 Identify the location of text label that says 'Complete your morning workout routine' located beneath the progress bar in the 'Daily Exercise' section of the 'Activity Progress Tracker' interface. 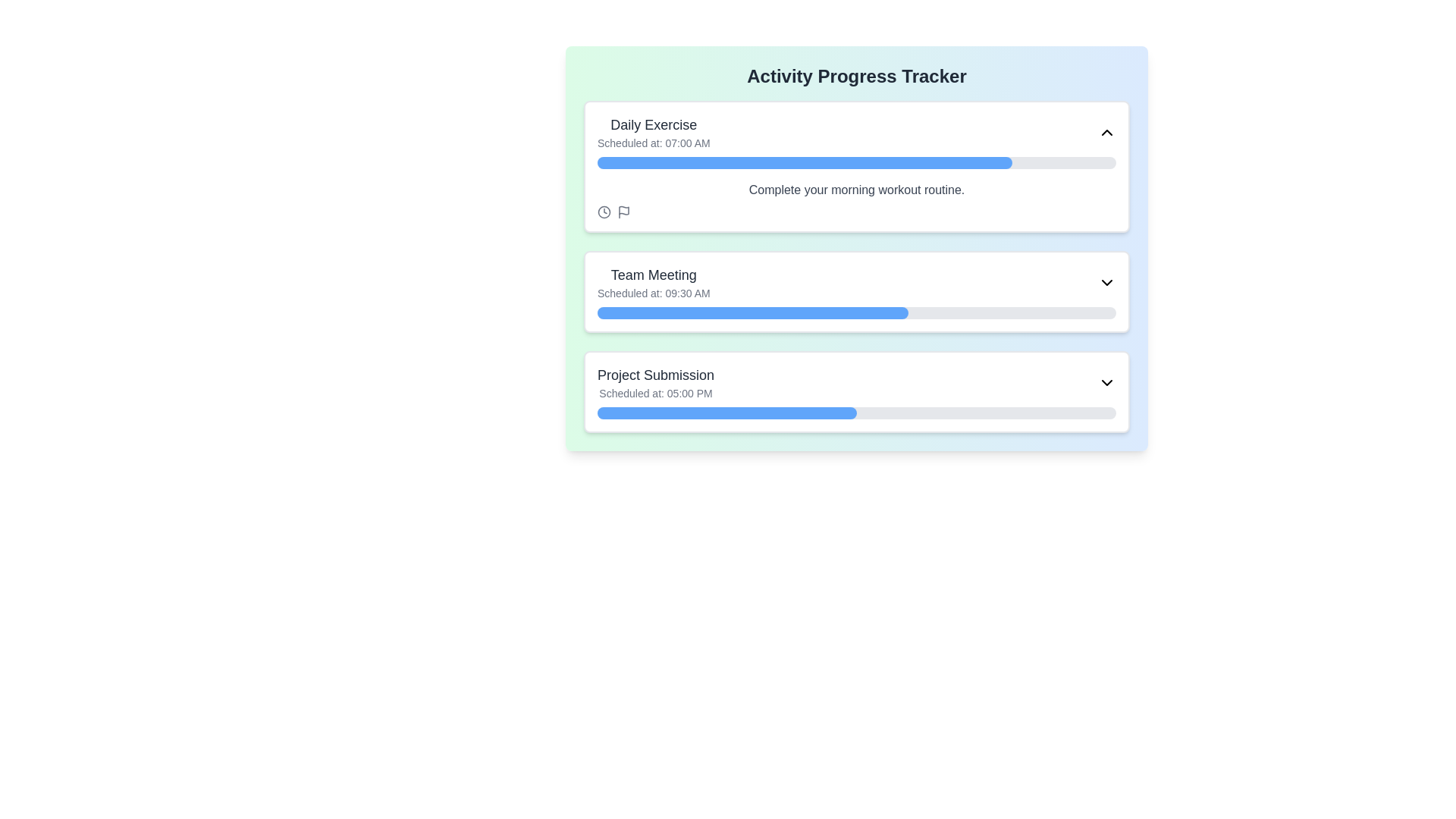
(856, 199).